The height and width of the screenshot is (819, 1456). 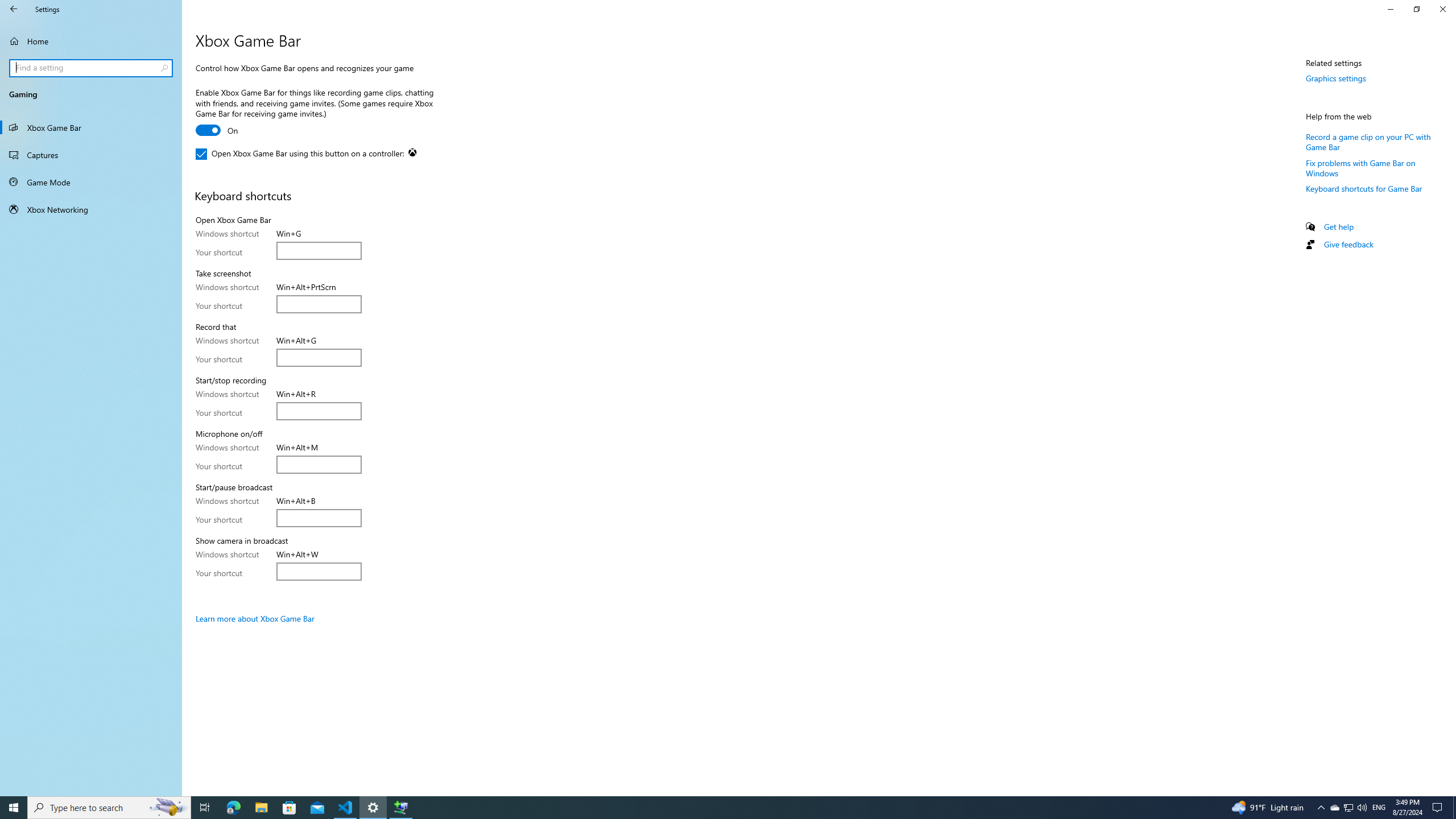 What do you see at coordinates (1389, 9) in the screenshot?
I see `'Minimize Settings'` at bounding box center [1389, 9].